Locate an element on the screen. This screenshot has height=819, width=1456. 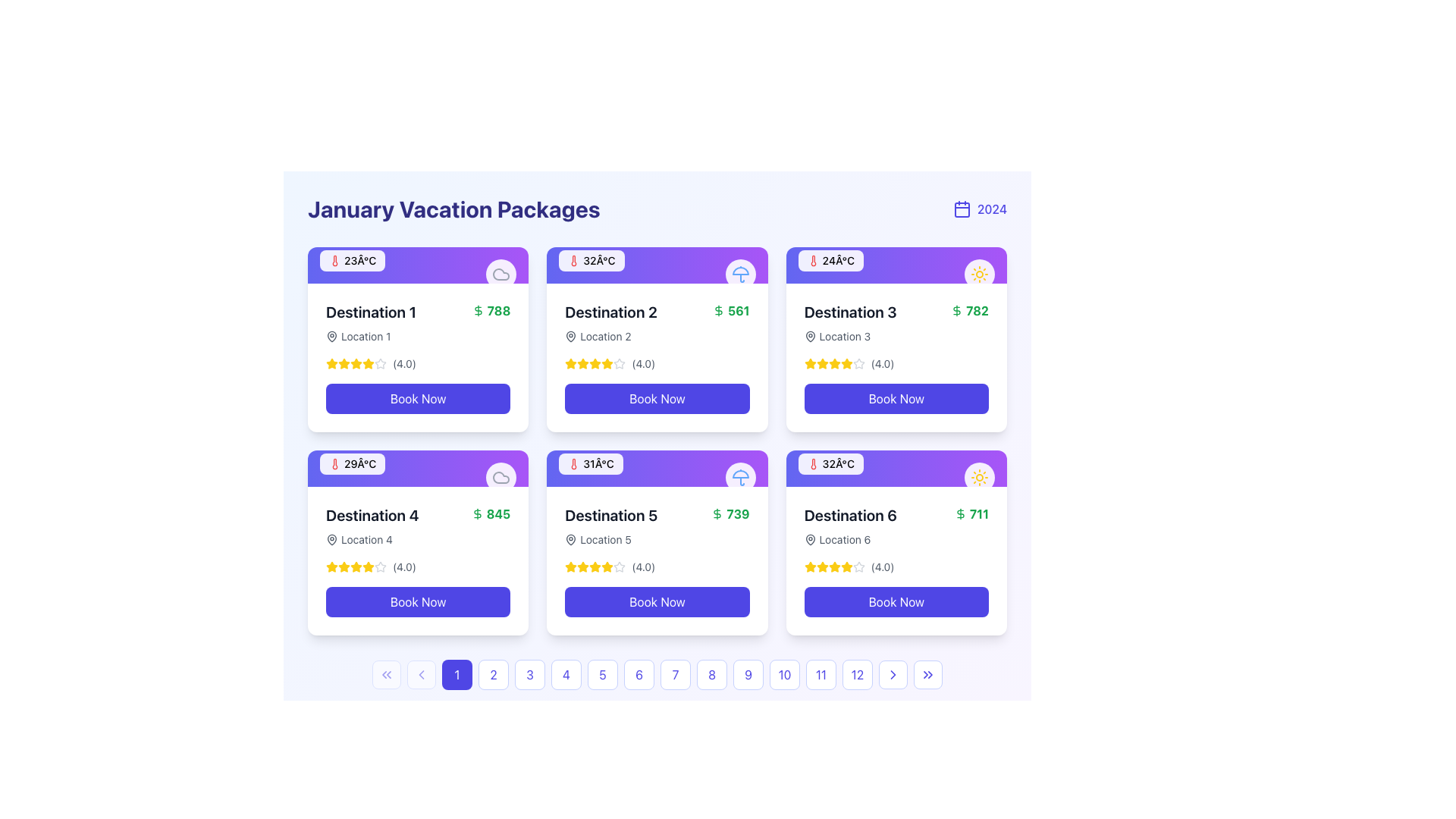
the 'Destination 6' text block with the accompanying map pin icon located in the bottom-right card of the vacation packages grid is located at coordinates (850, 526).